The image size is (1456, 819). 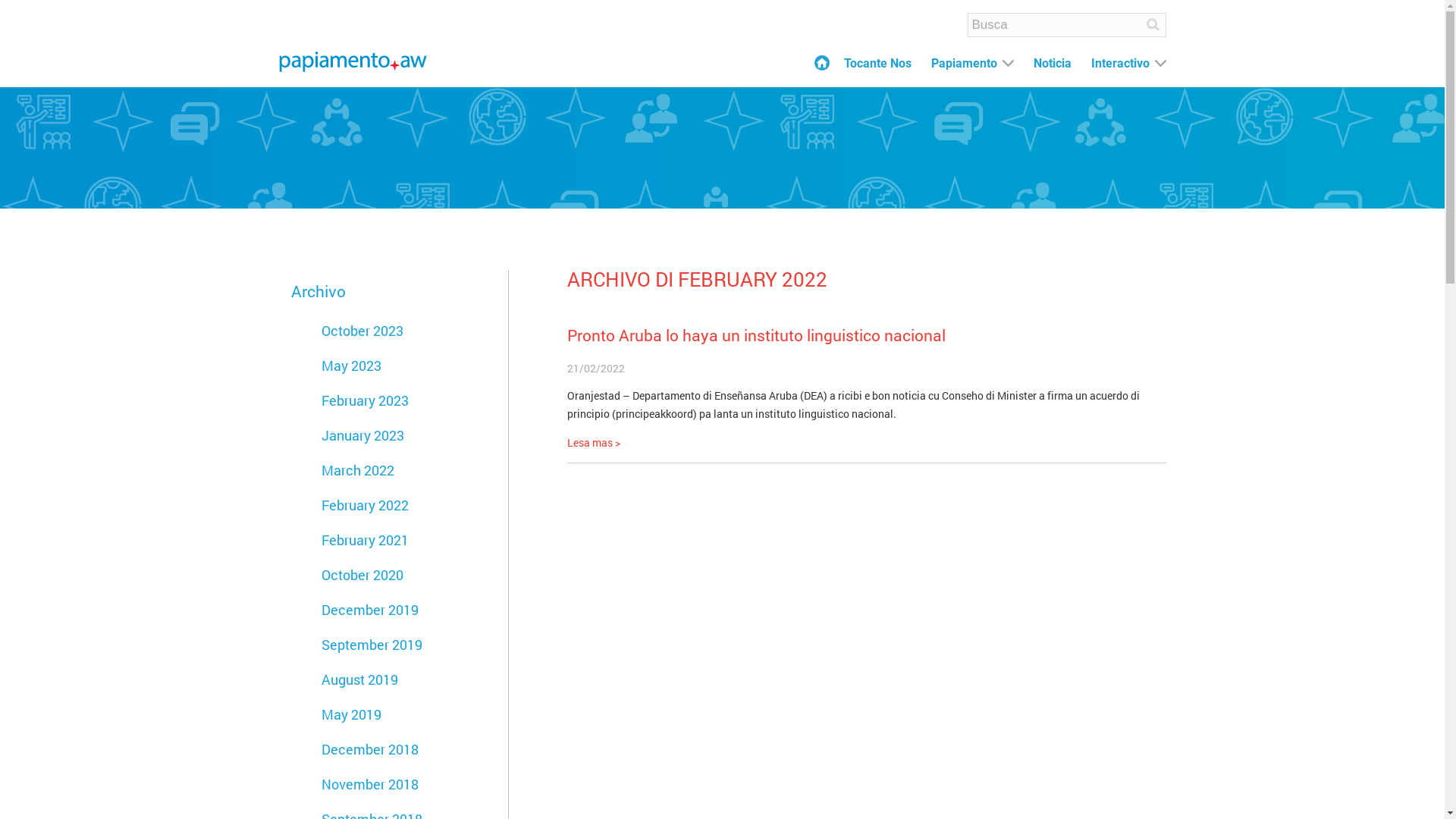 What do you see at coordinates (1051, 63) in the screenshot?
I see `'Noticia'` at bounding box center [1051, 63].